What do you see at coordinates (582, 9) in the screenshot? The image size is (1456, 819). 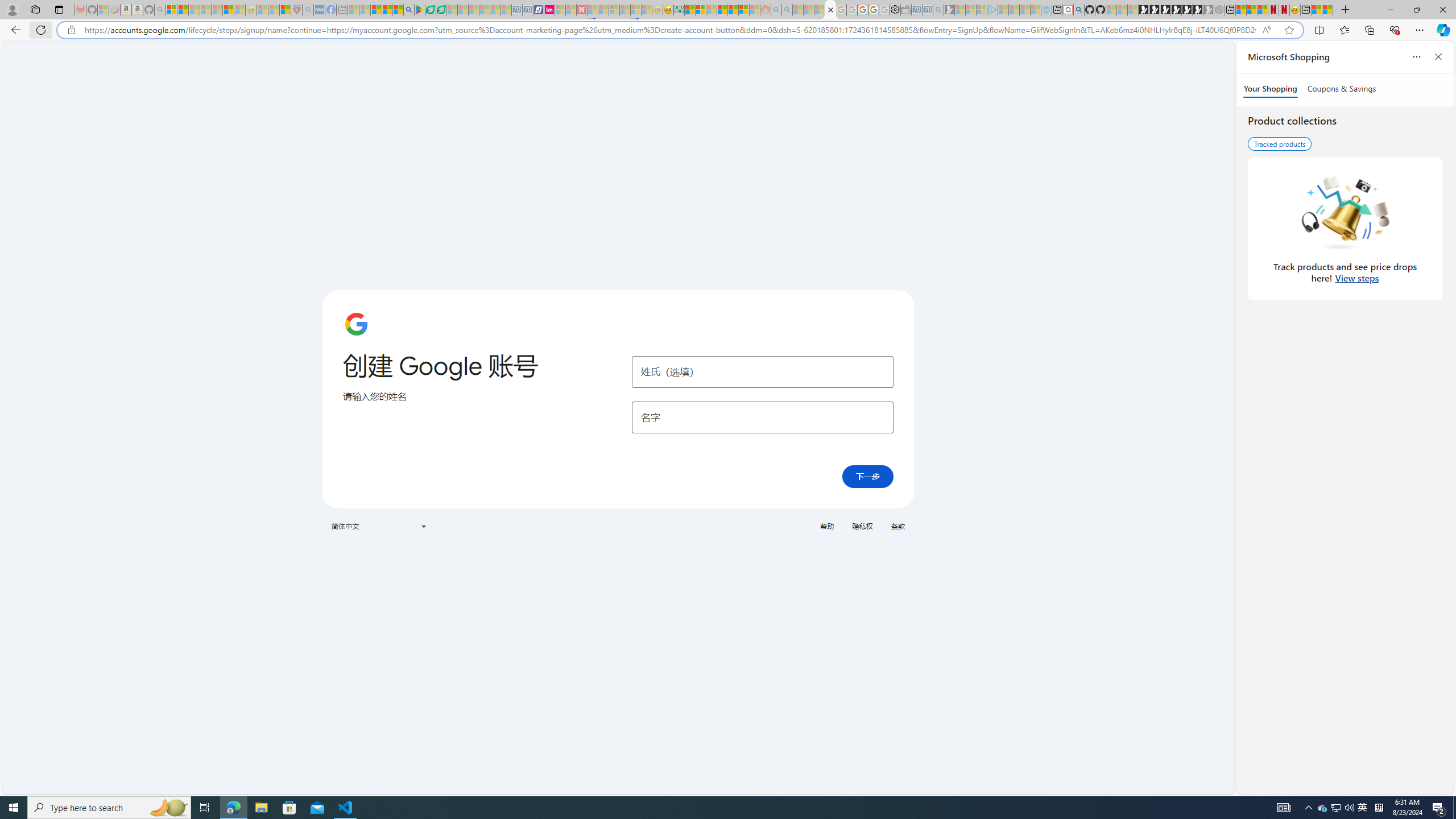 I see `'Latest Politics News & Archive | Newsweek.com - Sleeping'` at bounding box center [582, 9].